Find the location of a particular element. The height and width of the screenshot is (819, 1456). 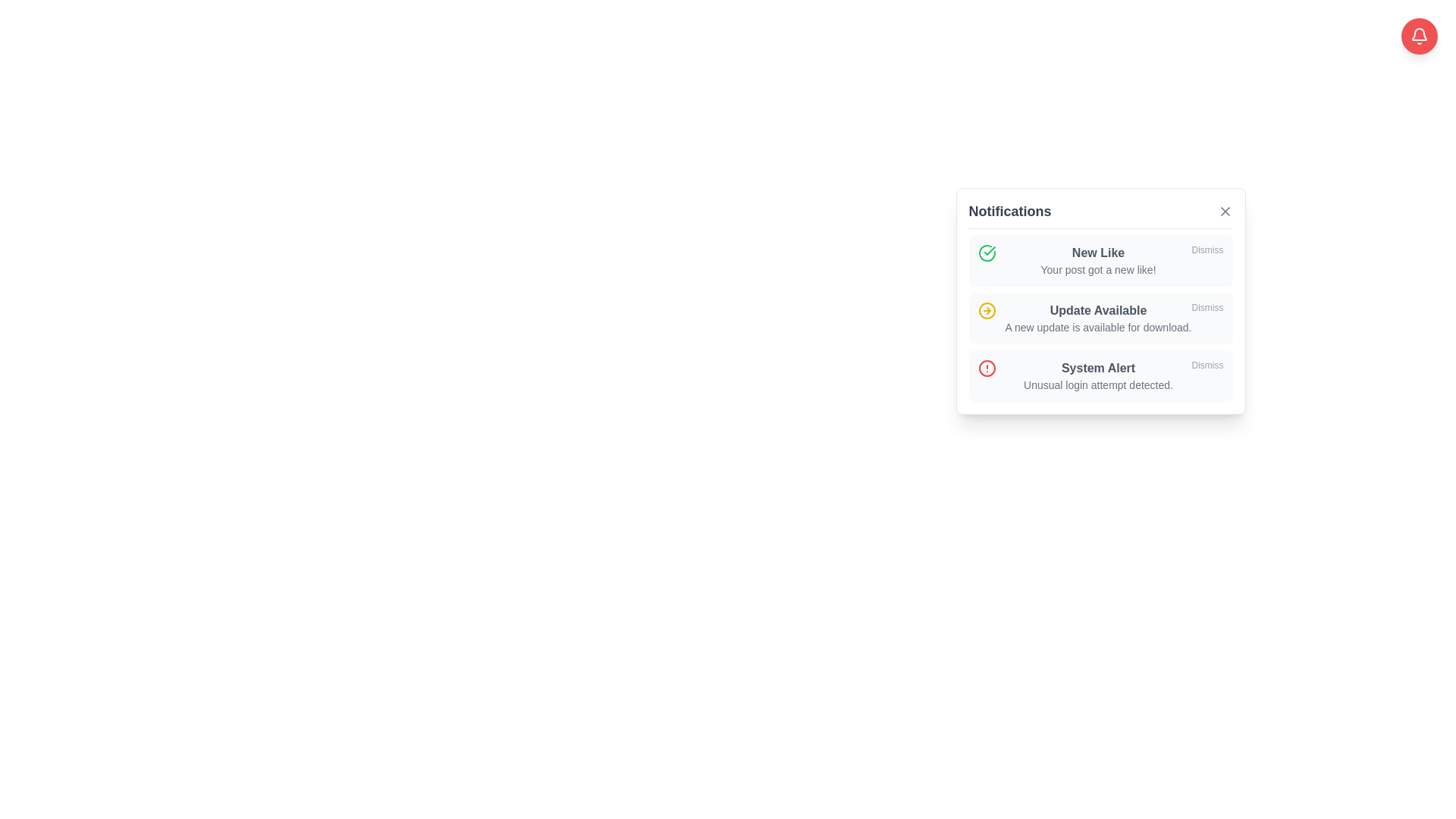

the second notification item which displays the message 'Update Available' is located at coordinates (1098, 318).